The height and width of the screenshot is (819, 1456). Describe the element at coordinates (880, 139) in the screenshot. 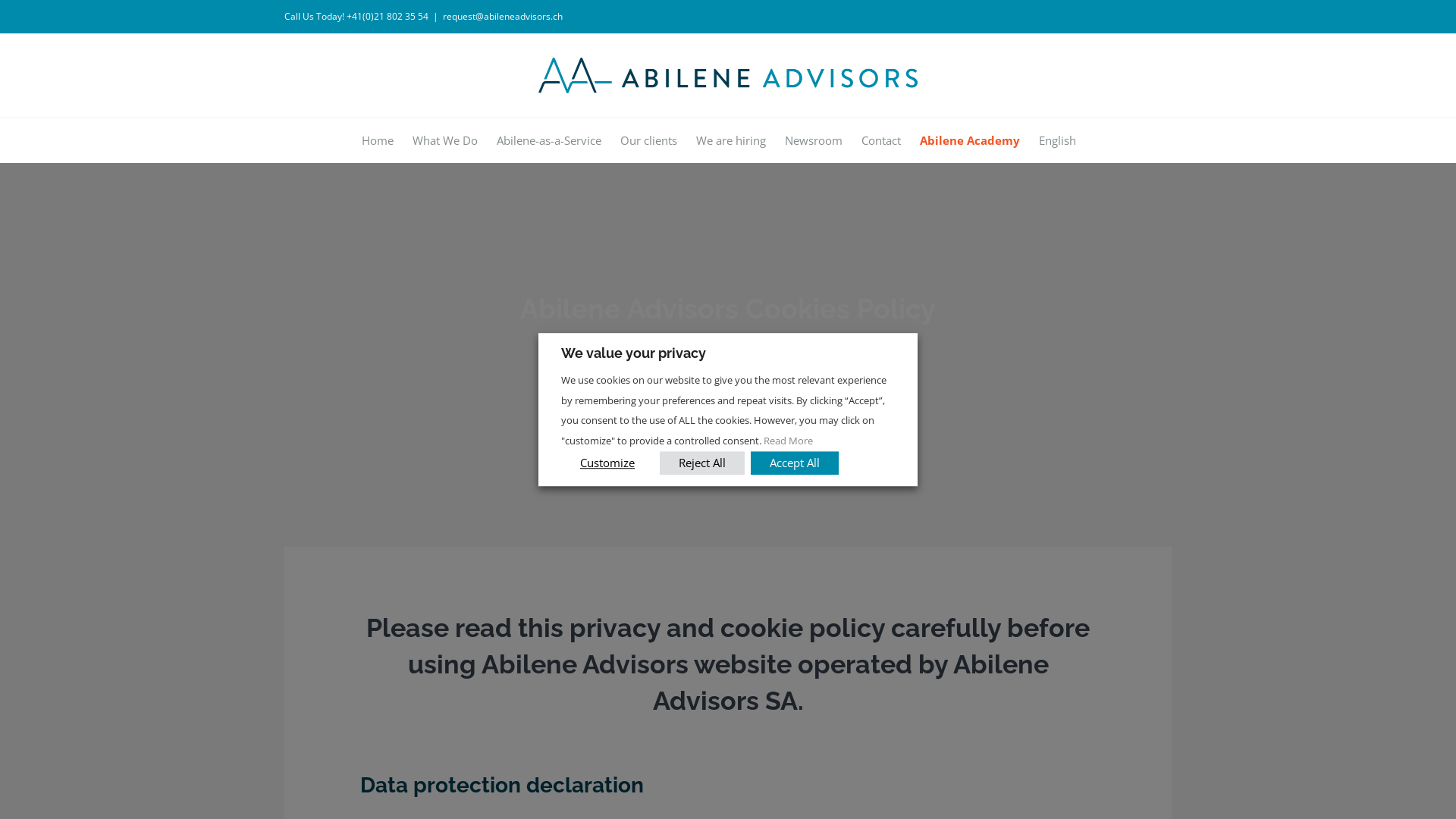

I see `'Contact'` at that location.